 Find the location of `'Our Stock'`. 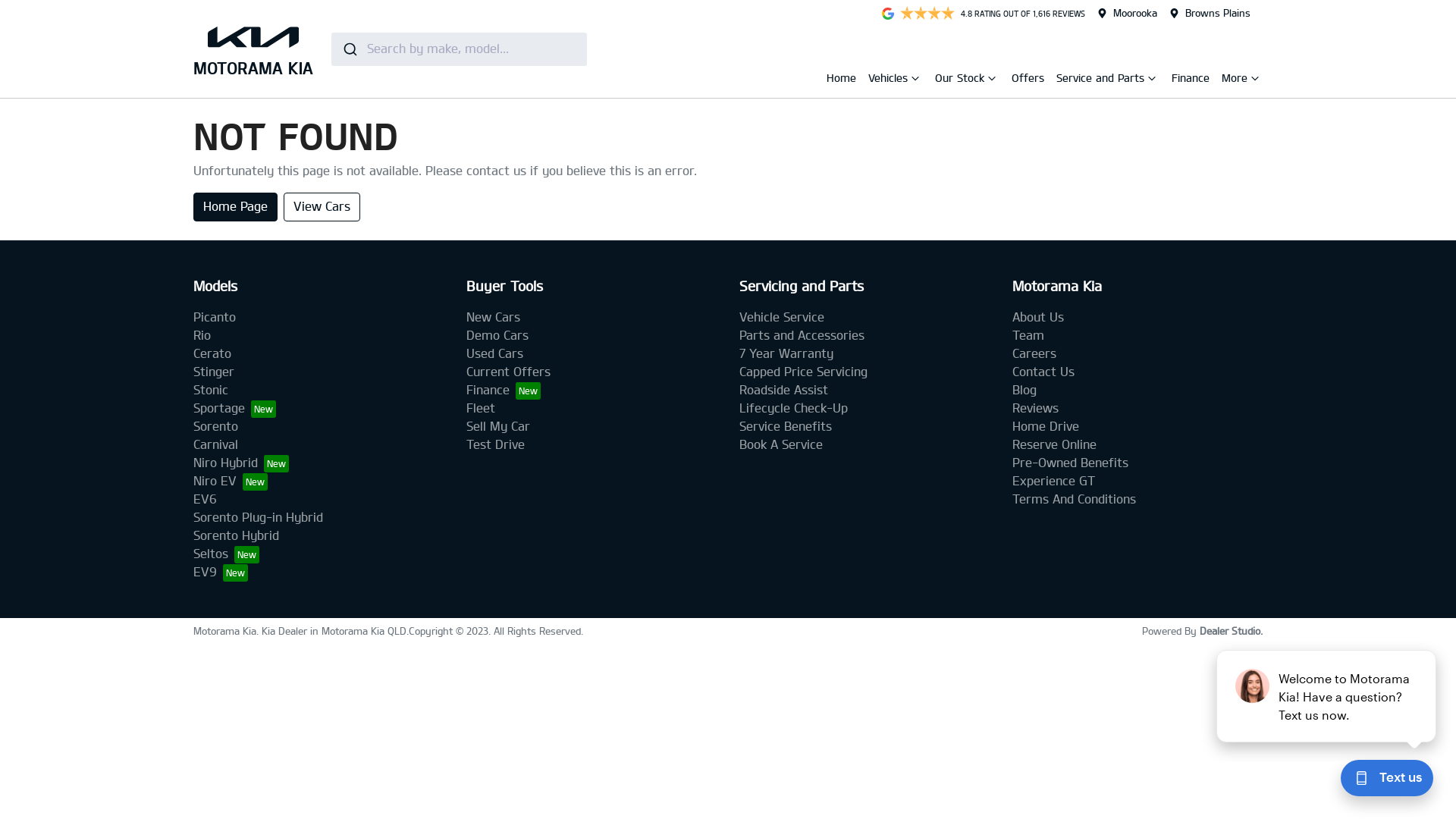

'Our Stock' is located at coordinates (960, 80).